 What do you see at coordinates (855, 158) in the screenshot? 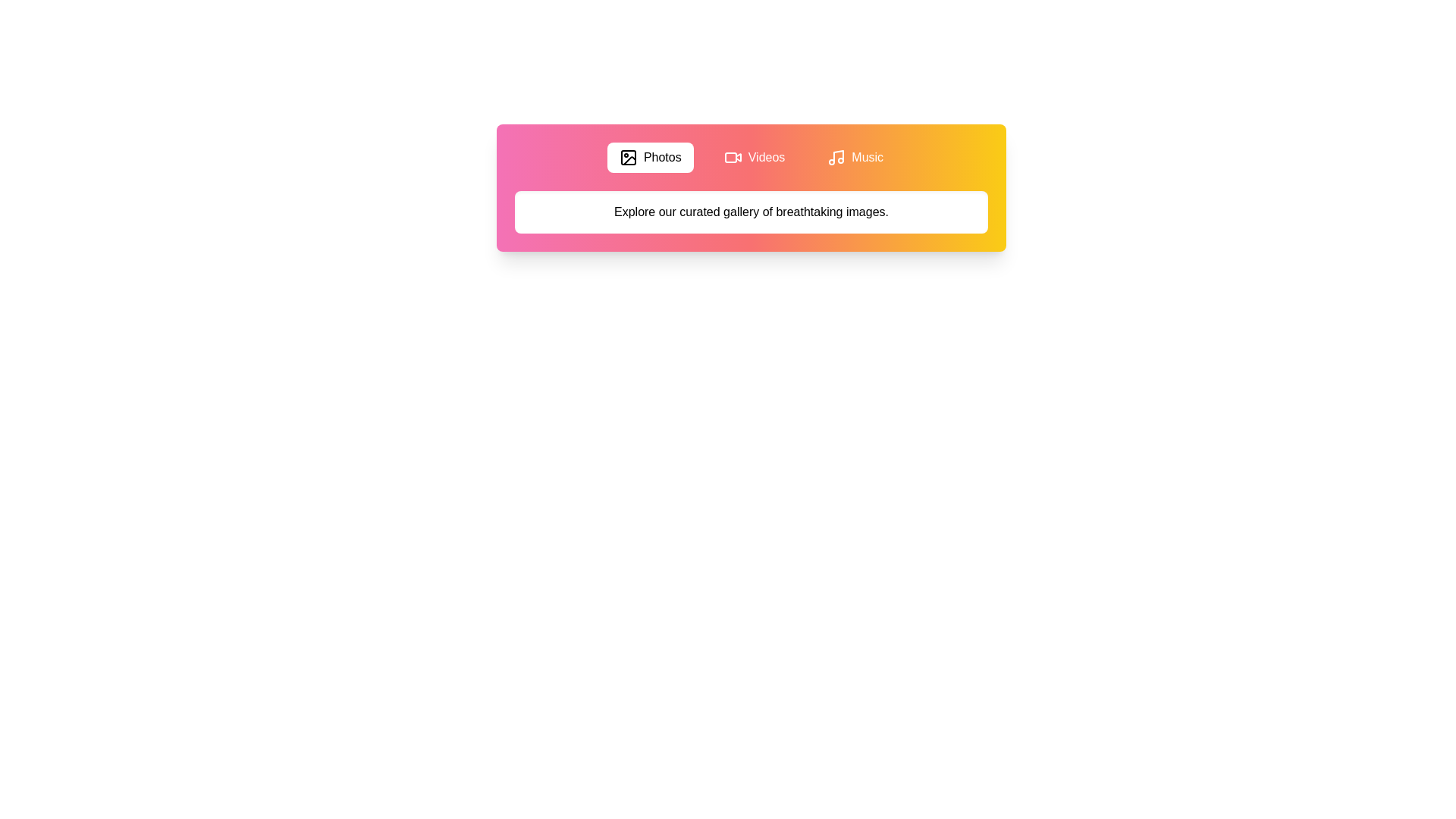
I see `the Music tab by clicking its button` at bounding box center [855, 158].